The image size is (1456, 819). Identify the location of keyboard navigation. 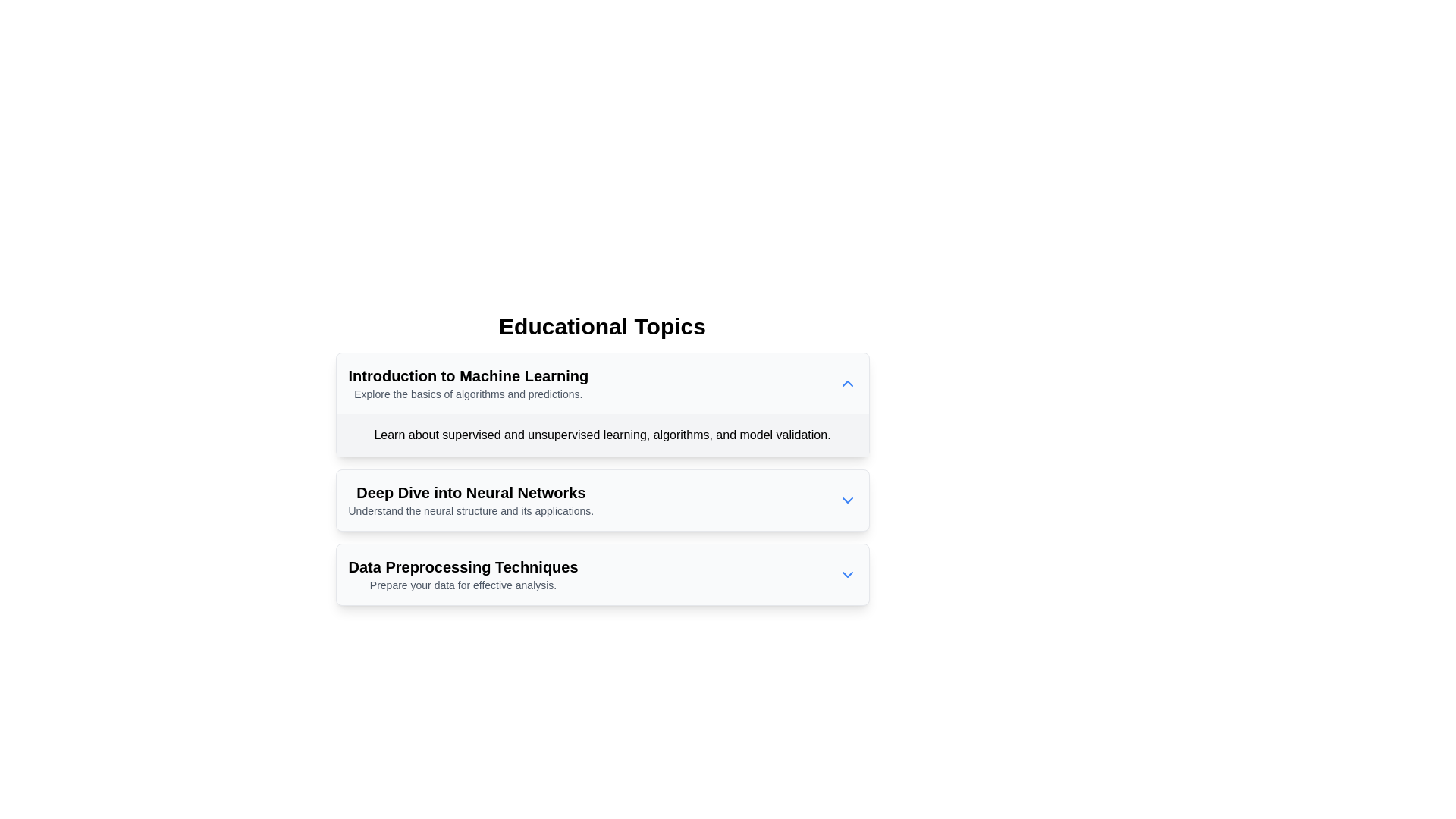
(601, 500).